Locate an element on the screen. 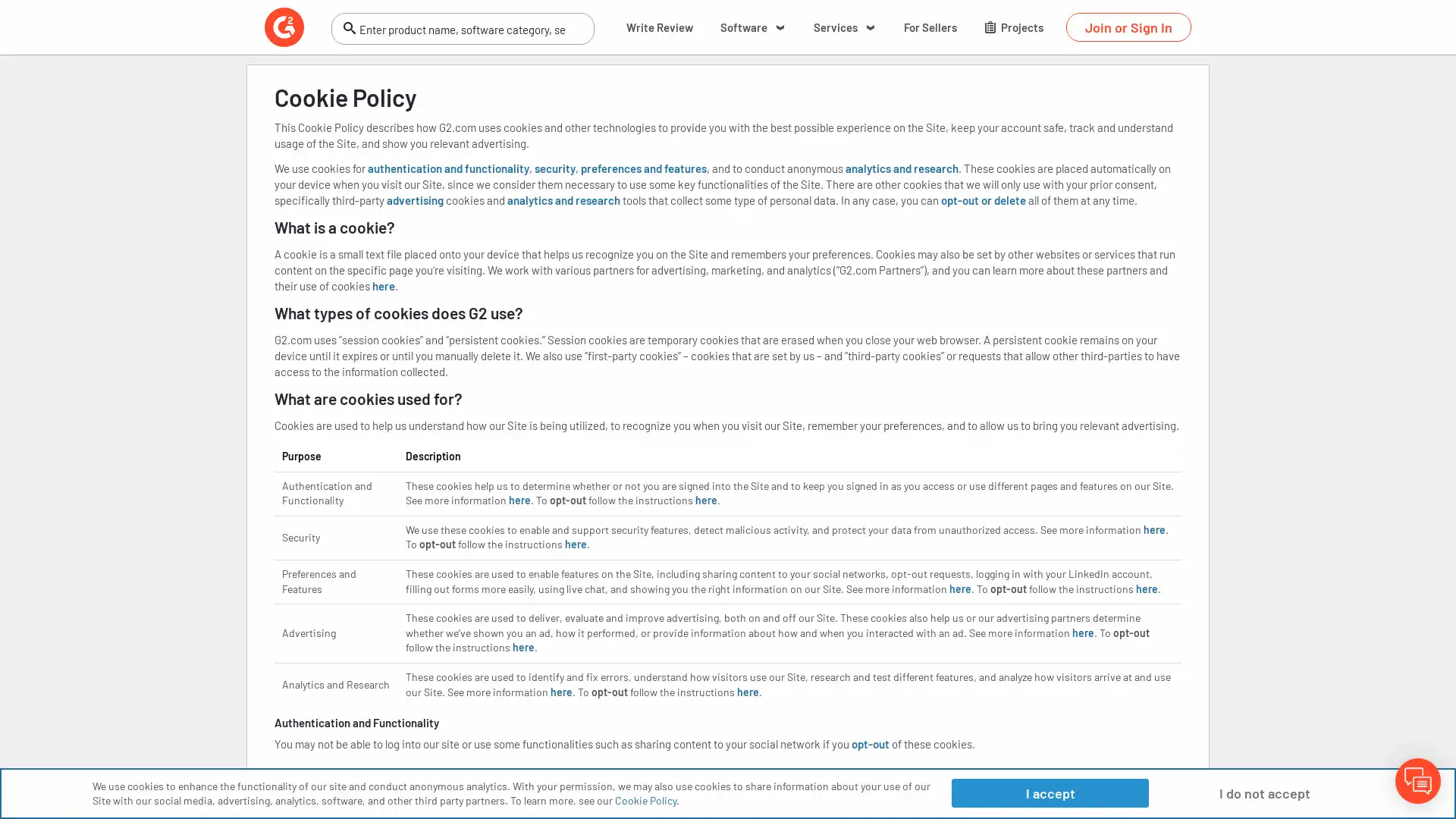 This screenshot has width=1456, height=819. I do not accept is located at coordinates (1264, 792).